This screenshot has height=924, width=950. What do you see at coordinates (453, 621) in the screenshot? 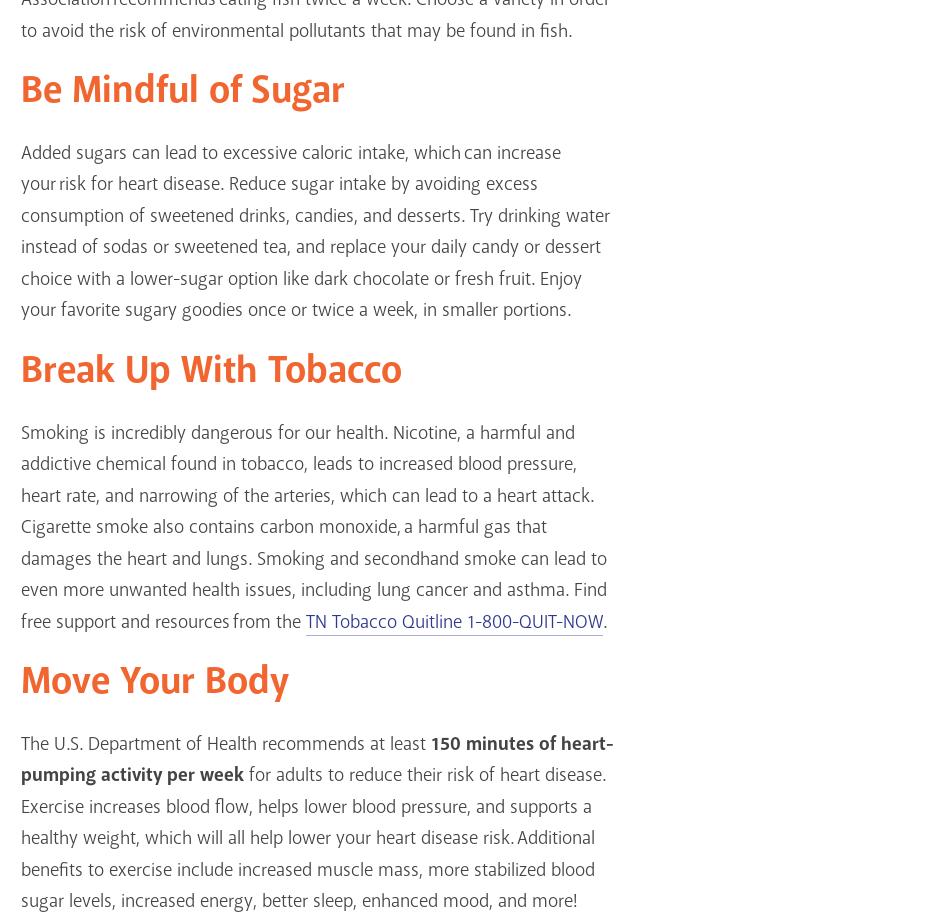
I see `'TN Tobacco Quitline 1-800-QUIT-NOW'` at bounding box center [453, 621].